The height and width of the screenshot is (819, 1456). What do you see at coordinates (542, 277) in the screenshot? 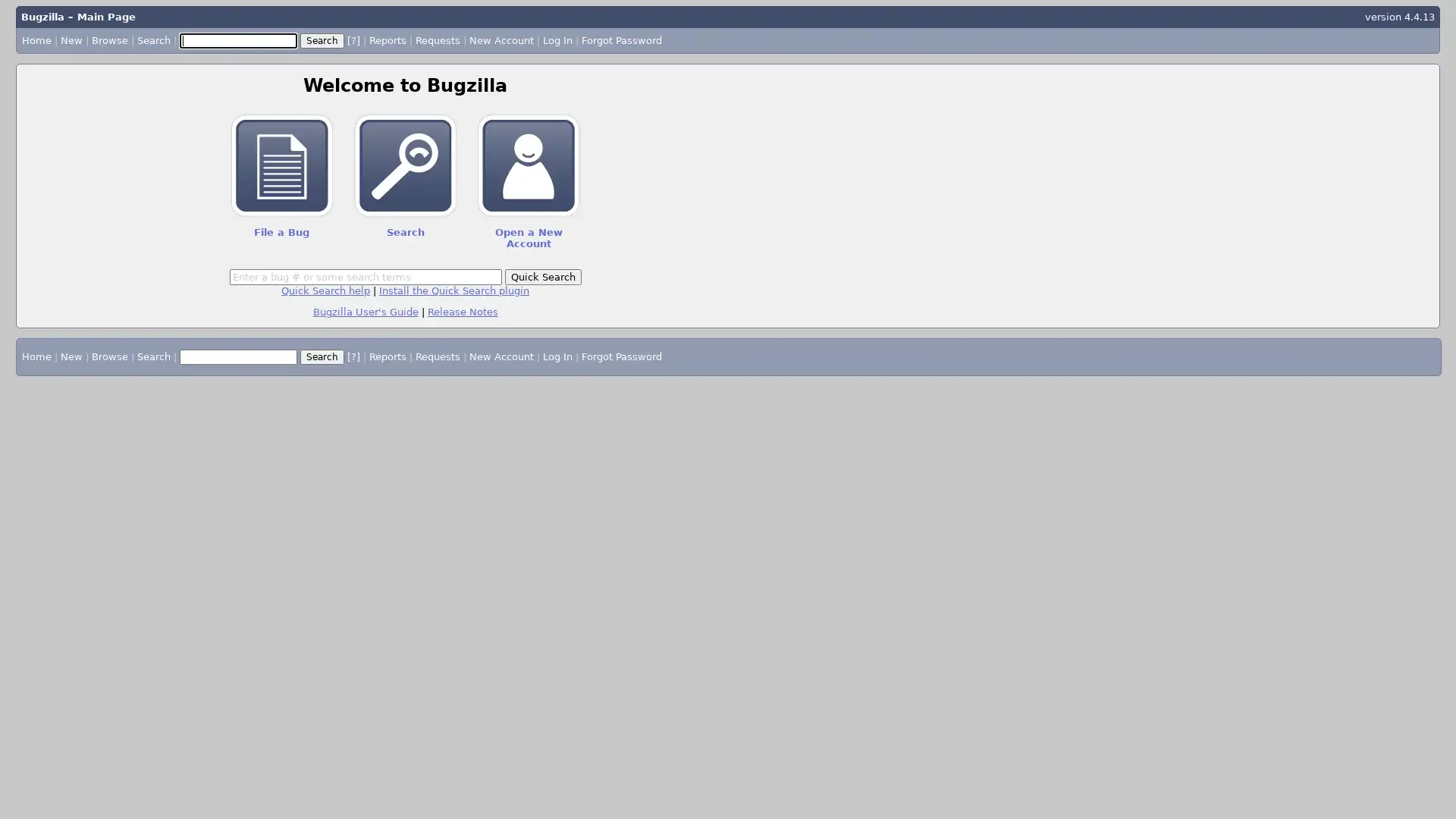
I see `Quick Search` at bounding box center [542, 277].